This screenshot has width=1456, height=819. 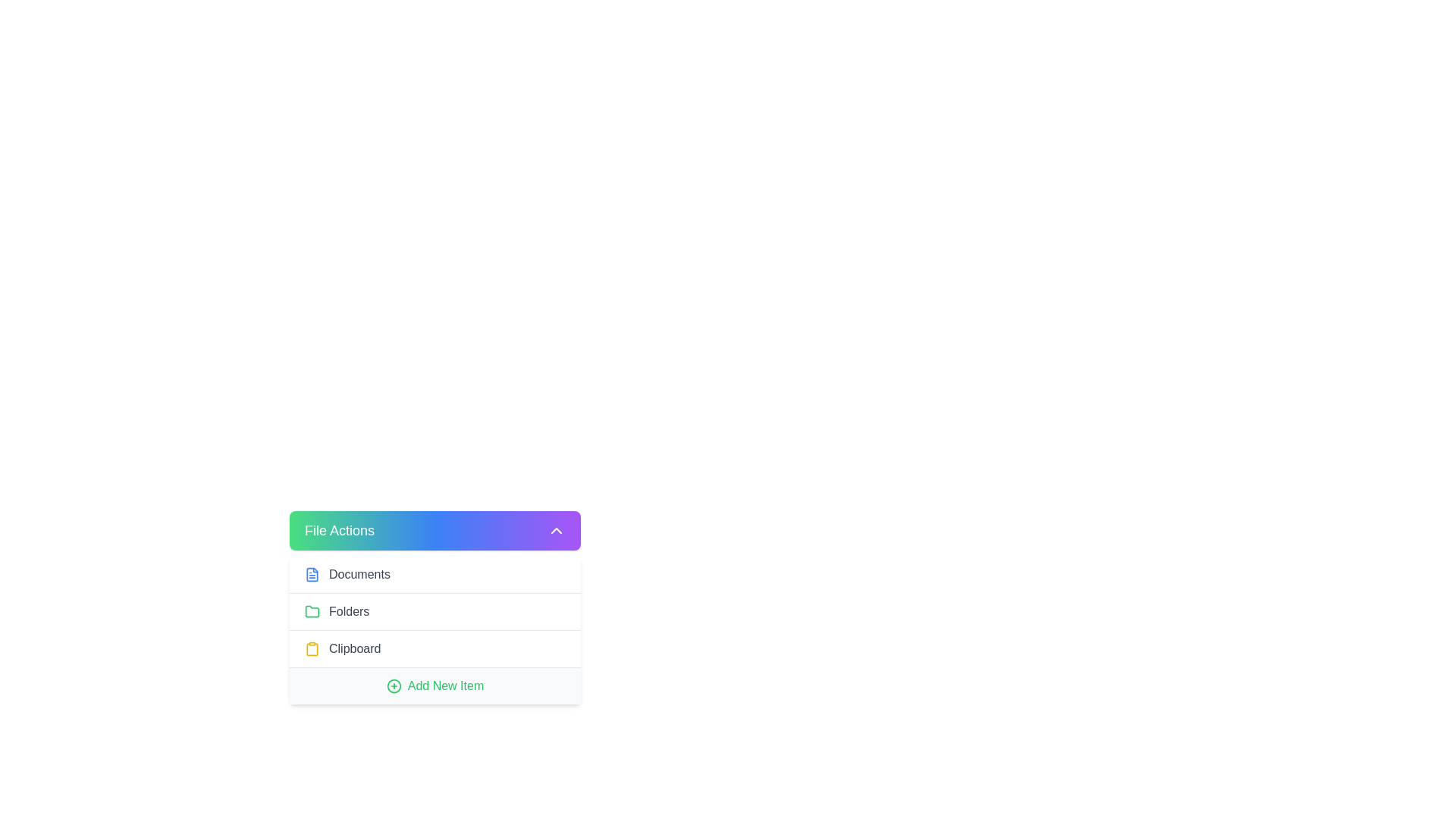 I want to click on the SVG icon with a circular shape and a plus symbol, so click(x=394, y=686).